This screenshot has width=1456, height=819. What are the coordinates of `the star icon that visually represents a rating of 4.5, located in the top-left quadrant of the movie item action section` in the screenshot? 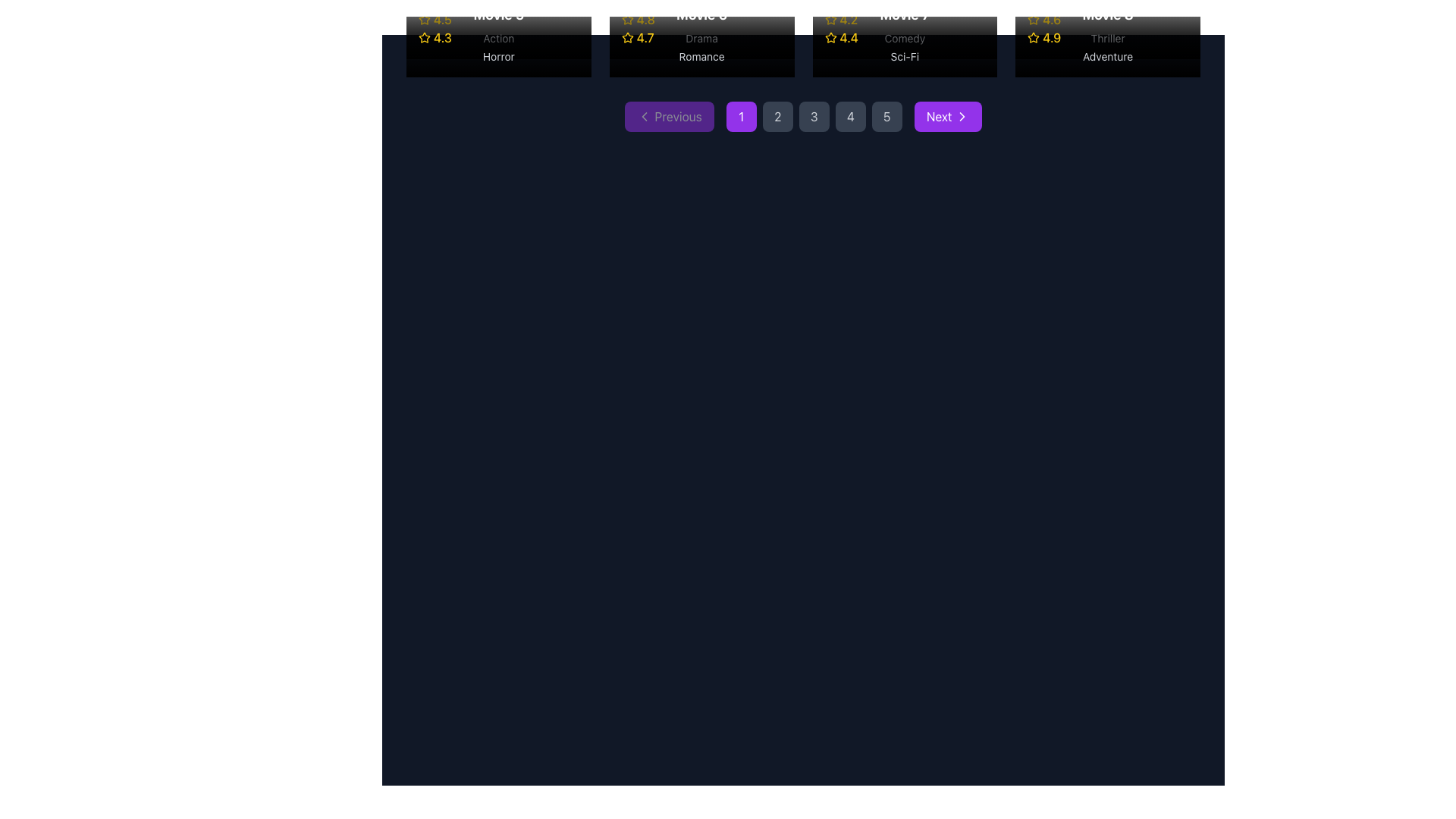 It's located at (425, 20).